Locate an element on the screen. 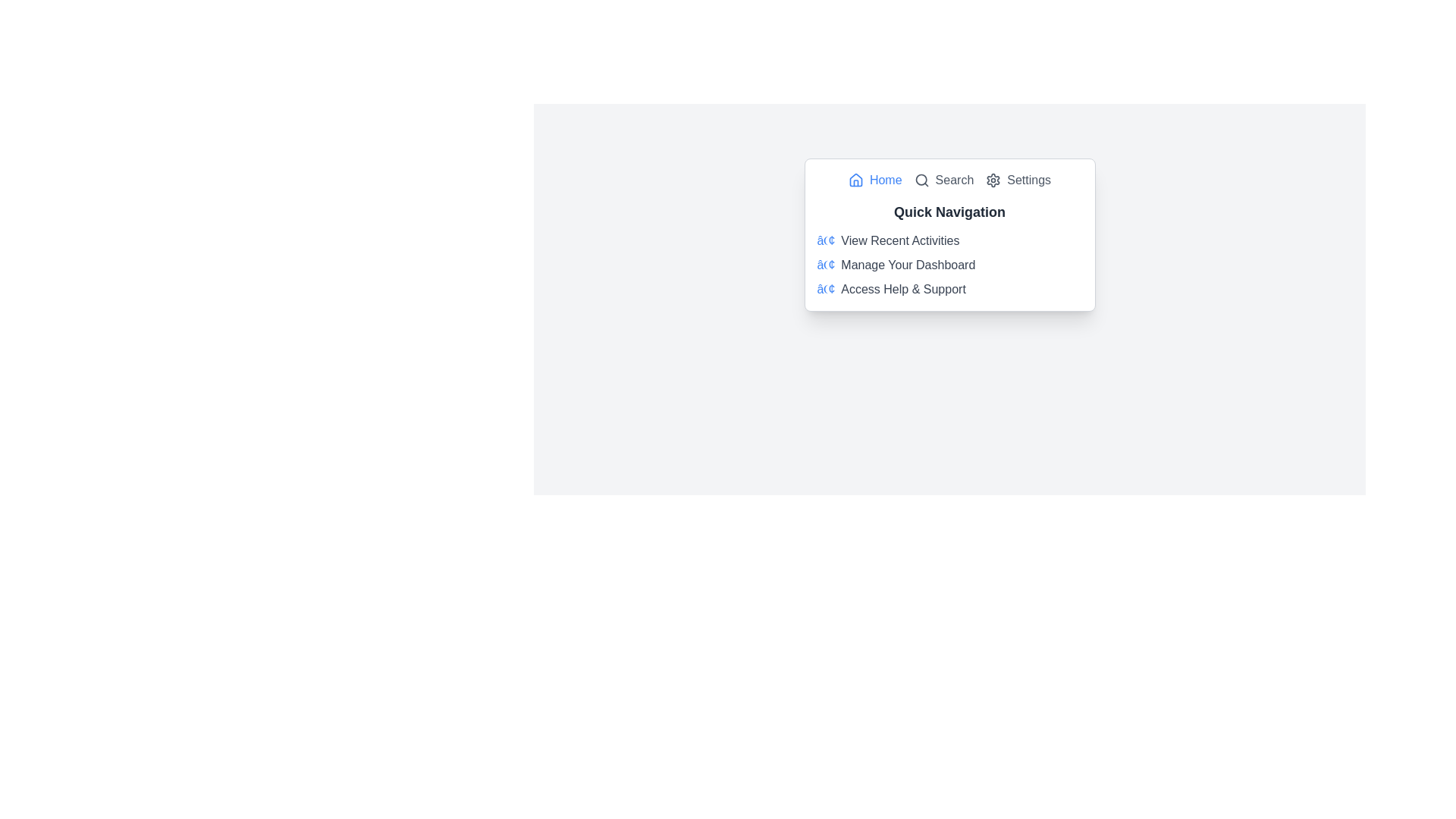 This screenshot has width=1456, height=819. the text label for the home or dashboard page located in the top-left section of the dropdown menu is located at coordinates (886, 180).